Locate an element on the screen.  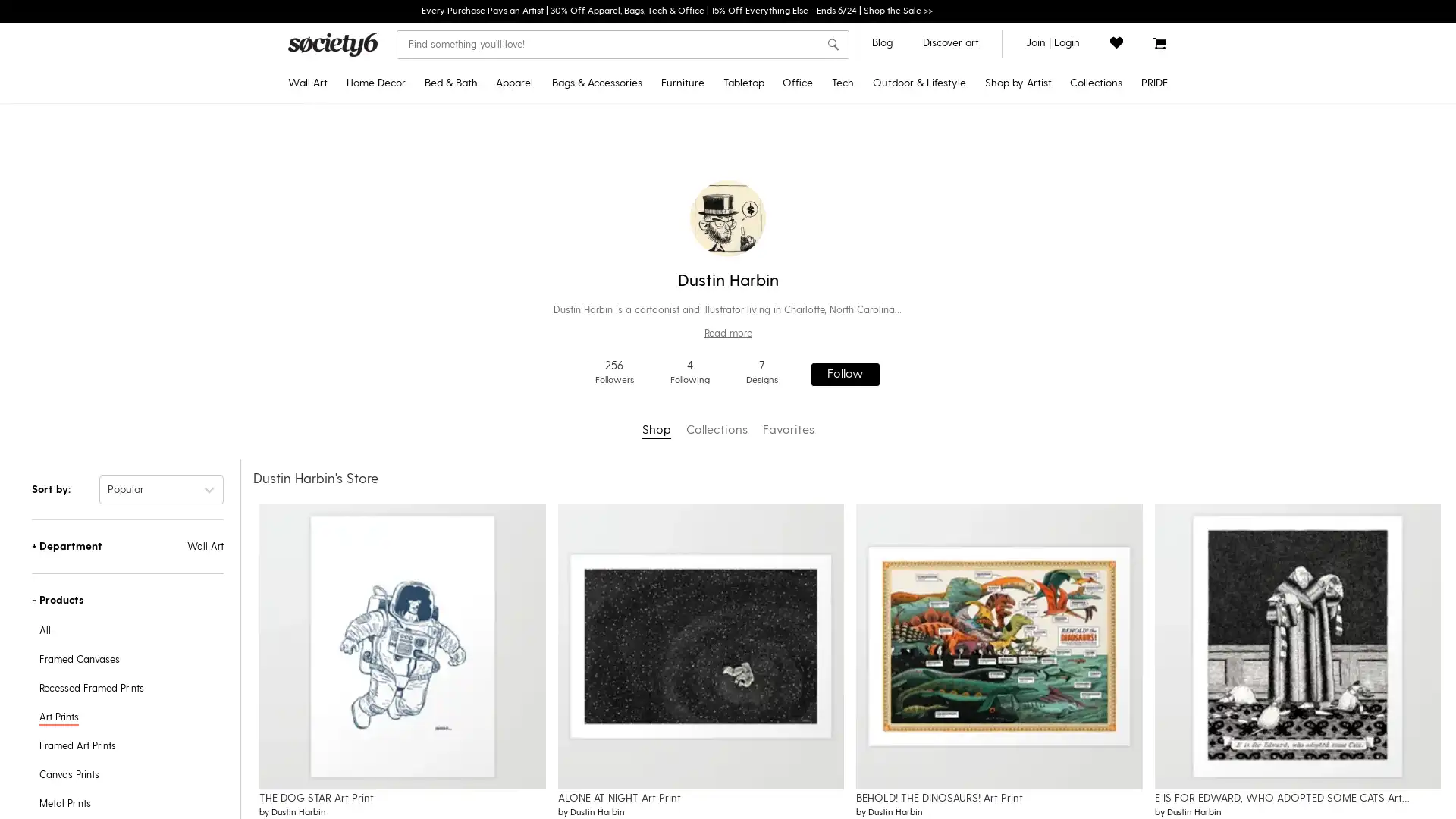
Throw Pillows is located at coordinates (404, 146).